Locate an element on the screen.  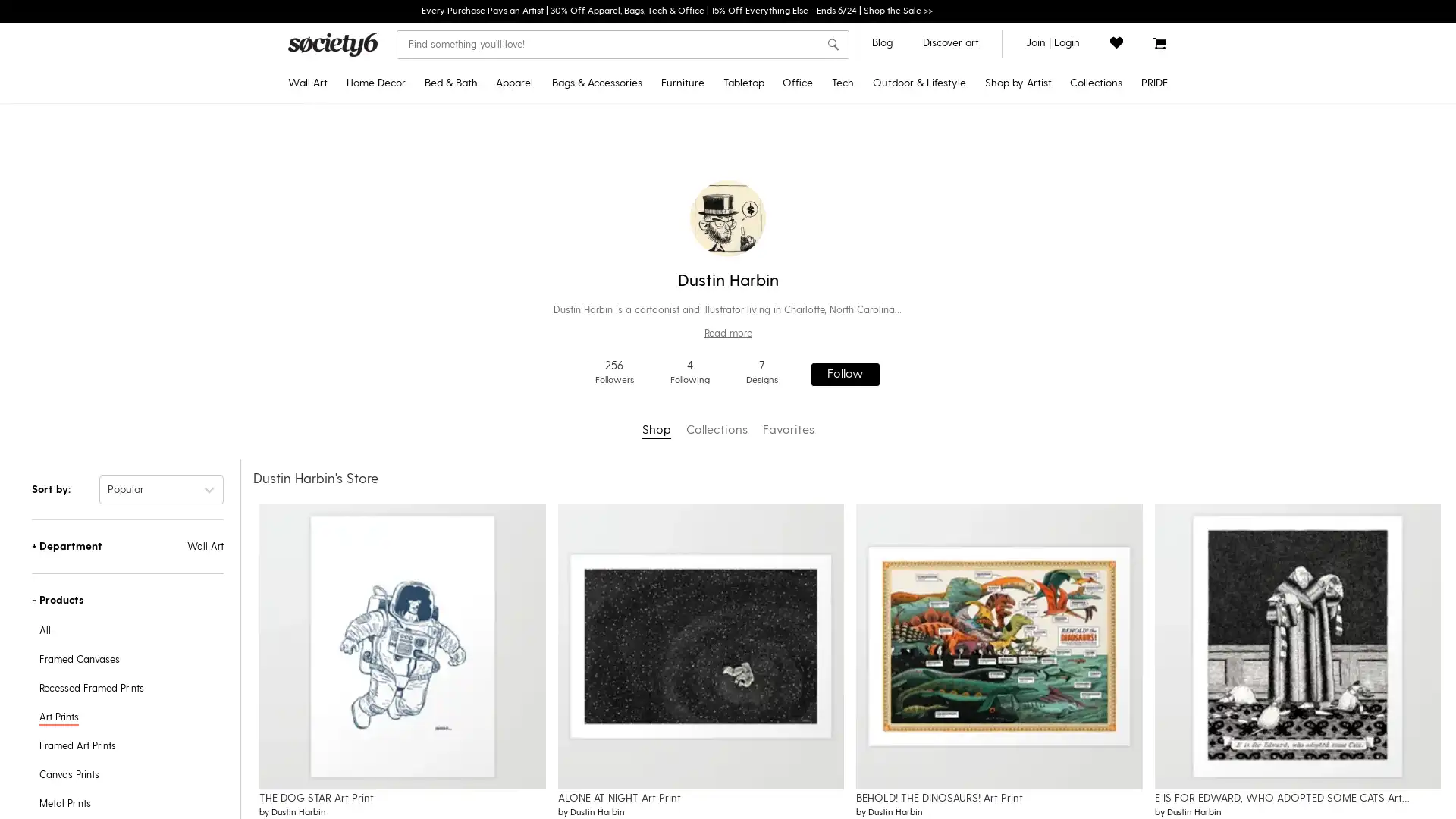
Throw Pillows is located at coordinates (404, 146).